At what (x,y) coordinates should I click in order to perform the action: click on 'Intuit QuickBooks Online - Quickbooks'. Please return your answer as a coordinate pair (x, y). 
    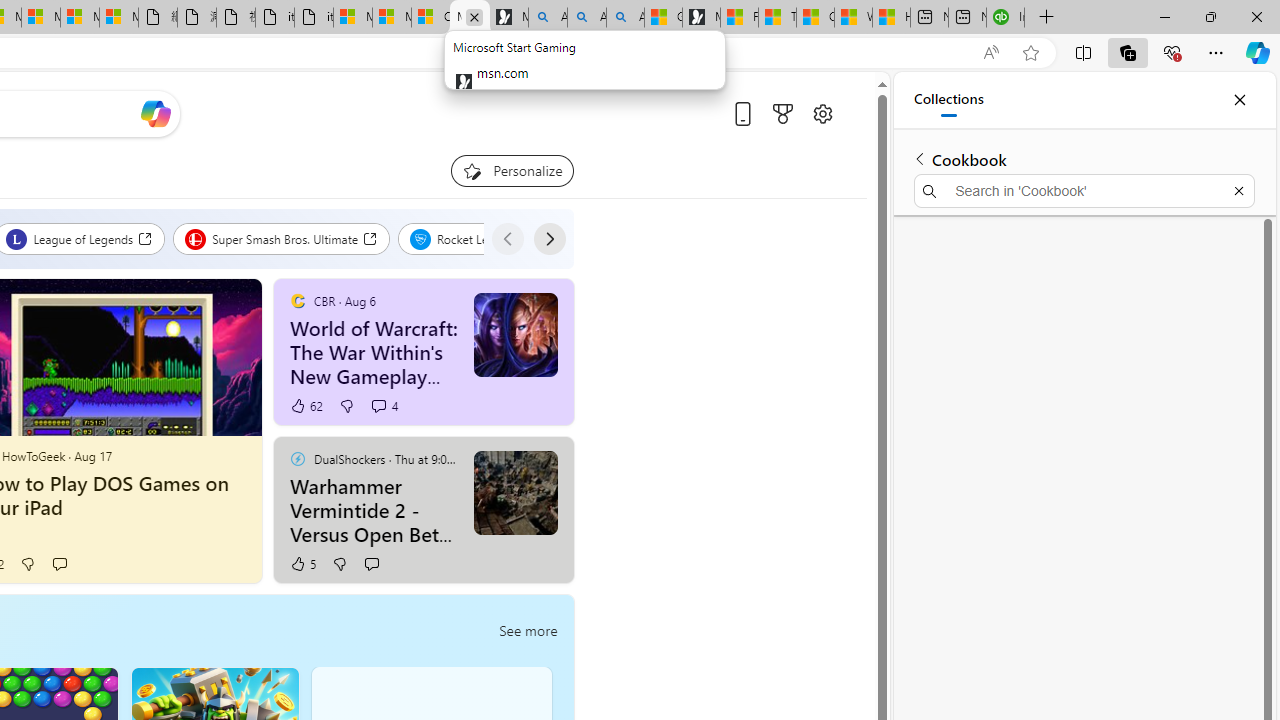
    Looking at the image, I should click on (1005, 17).